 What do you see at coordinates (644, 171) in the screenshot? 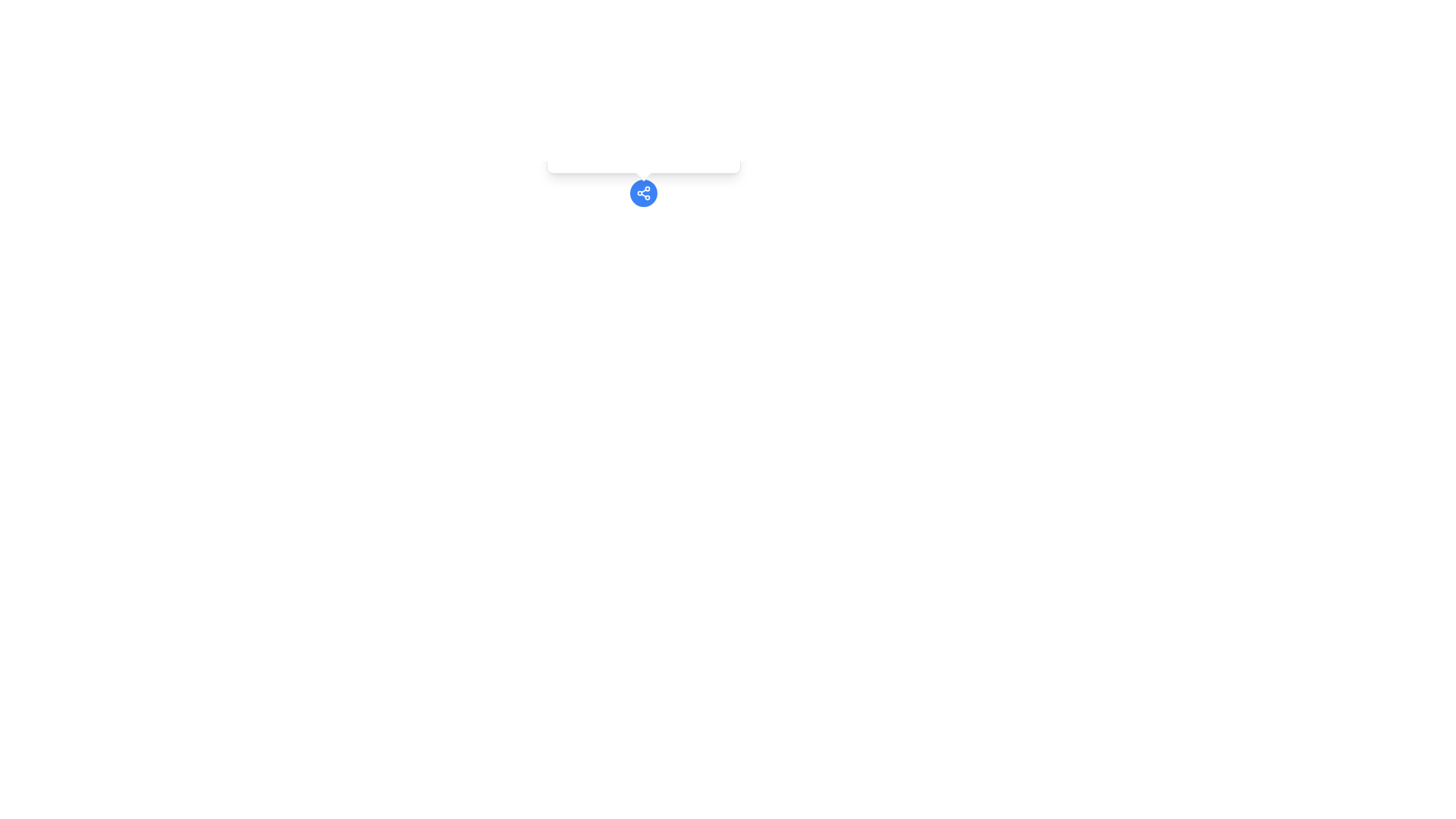
I see `the decorative triangular indicator located below the central axis of the containing element` at bounding box center [644, 171].